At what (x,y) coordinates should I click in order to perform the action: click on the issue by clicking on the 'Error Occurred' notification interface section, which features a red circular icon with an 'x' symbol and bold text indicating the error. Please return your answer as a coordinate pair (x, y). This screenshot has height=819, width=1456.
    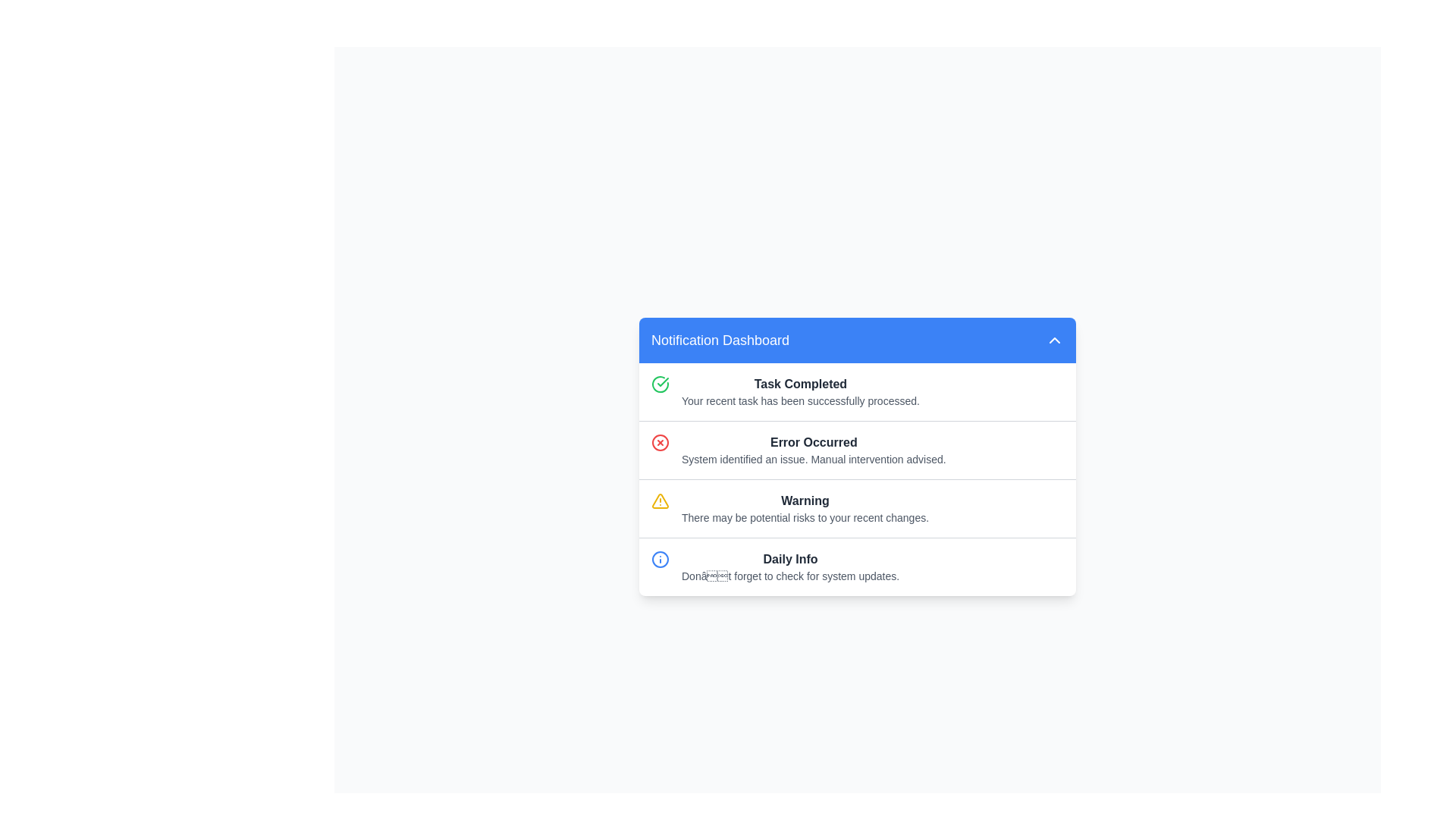
    Looking at the image, I should click on (858, 449).